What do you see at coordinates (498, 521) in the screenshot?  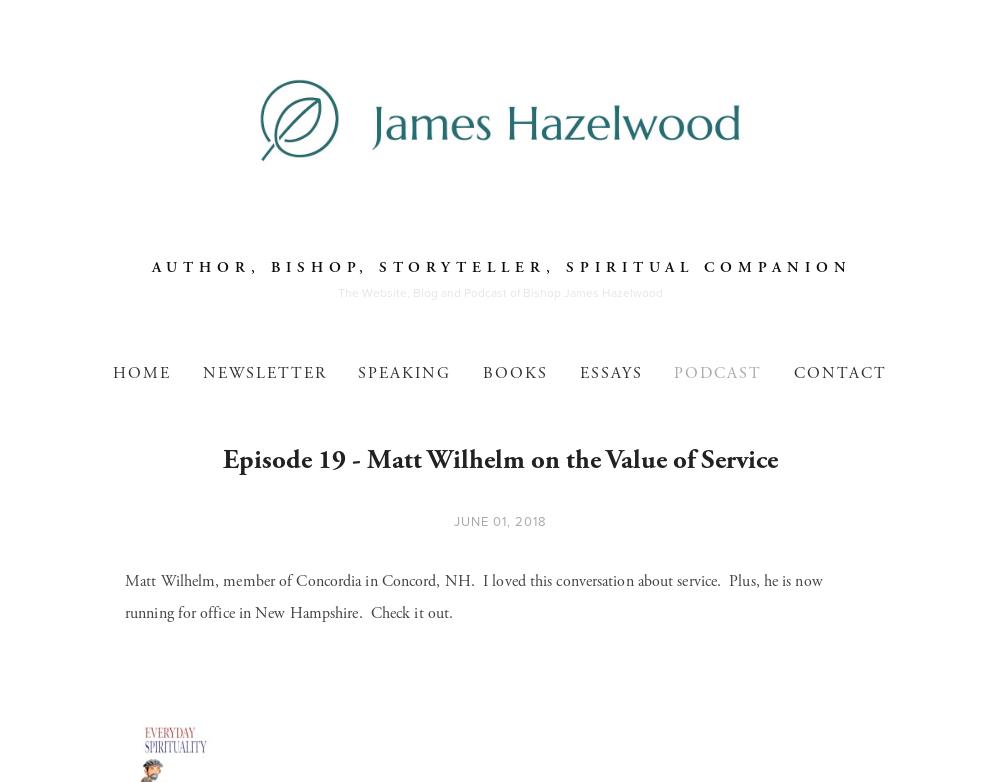 I see `'June 01, 2018'` at bounding box center [498, 521].